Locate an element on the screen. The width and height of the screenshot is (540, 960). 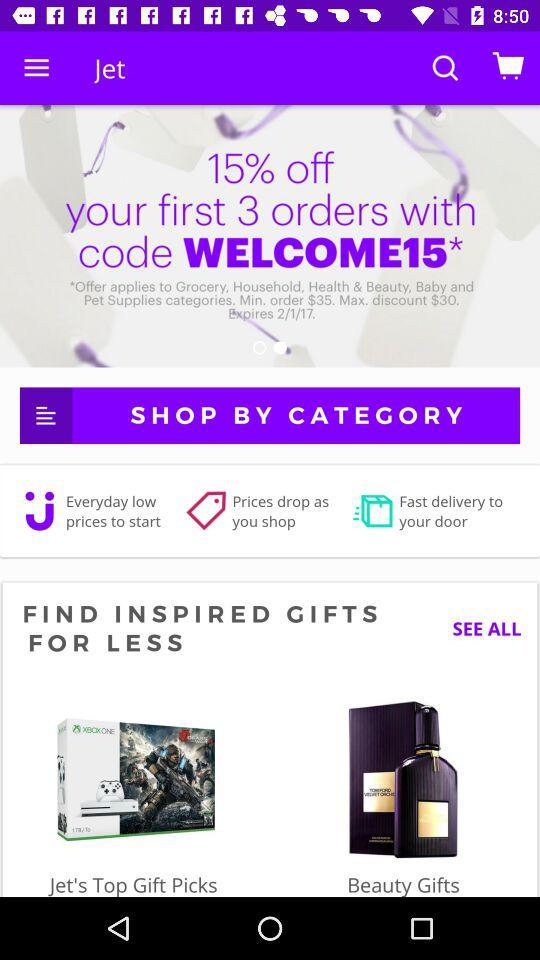
the see all icon is located at coordinates (478, 627).